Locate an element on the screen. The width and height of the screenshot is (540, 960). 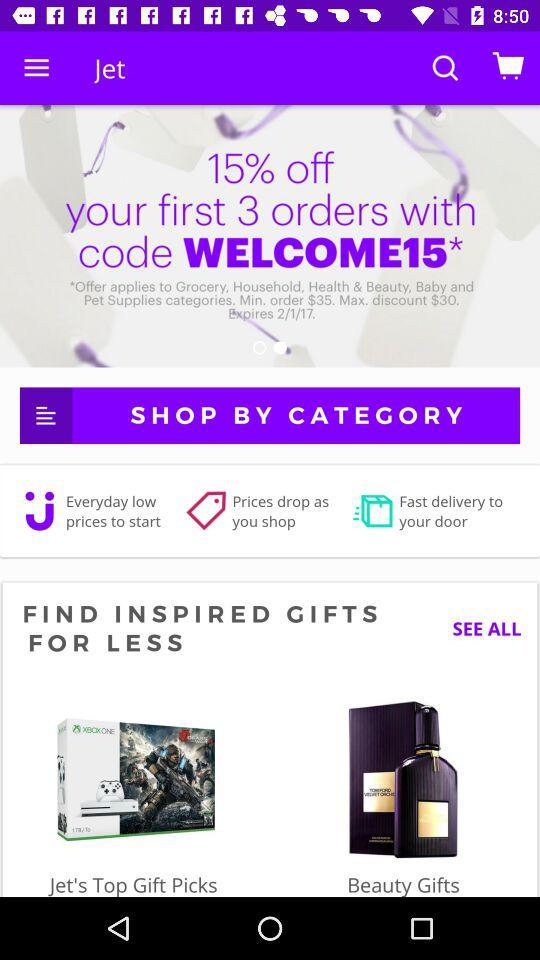
the see all icon is located at coordinates (478, 627).